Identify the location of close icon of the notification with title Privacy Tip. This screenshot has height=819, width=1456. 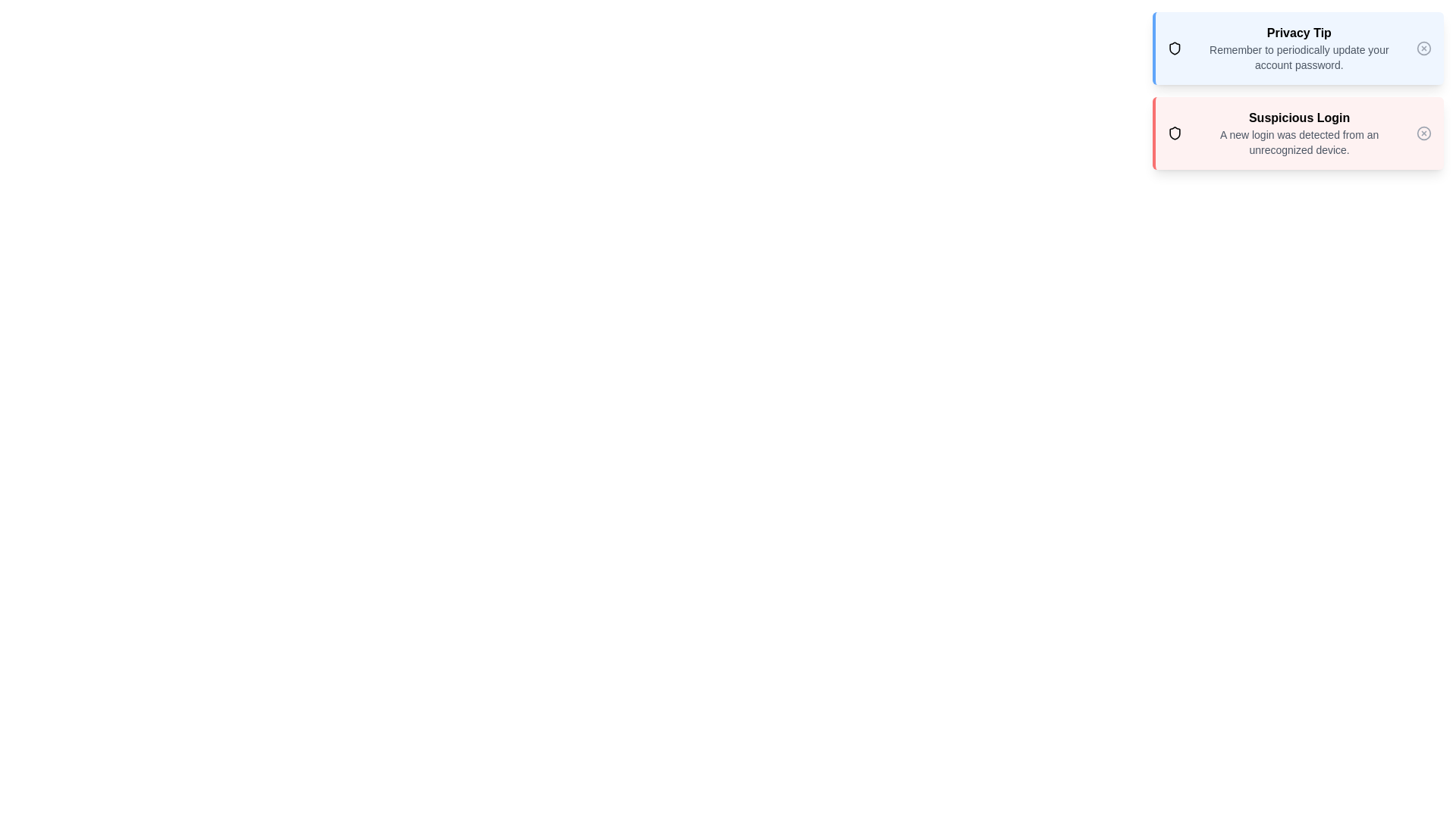
(1423, 48).